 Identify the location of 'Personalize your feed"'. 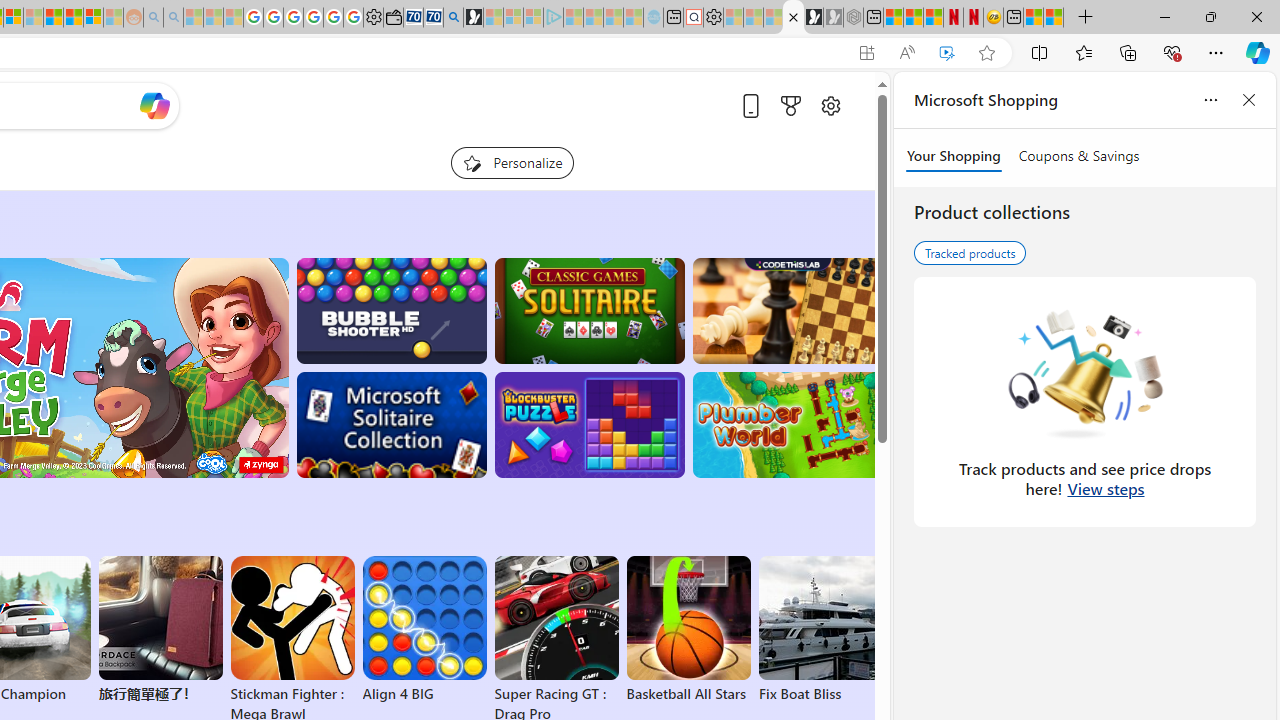
(512, 162).